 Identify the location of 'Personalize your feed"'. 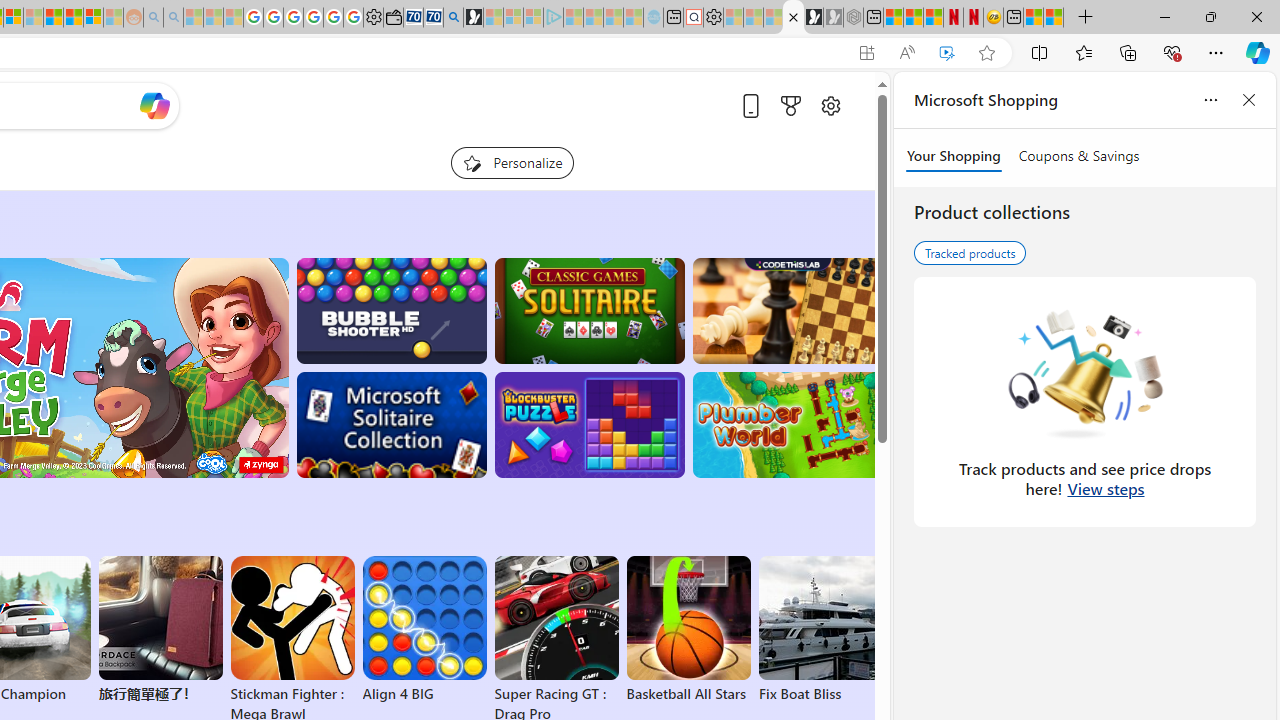
(512, 162).